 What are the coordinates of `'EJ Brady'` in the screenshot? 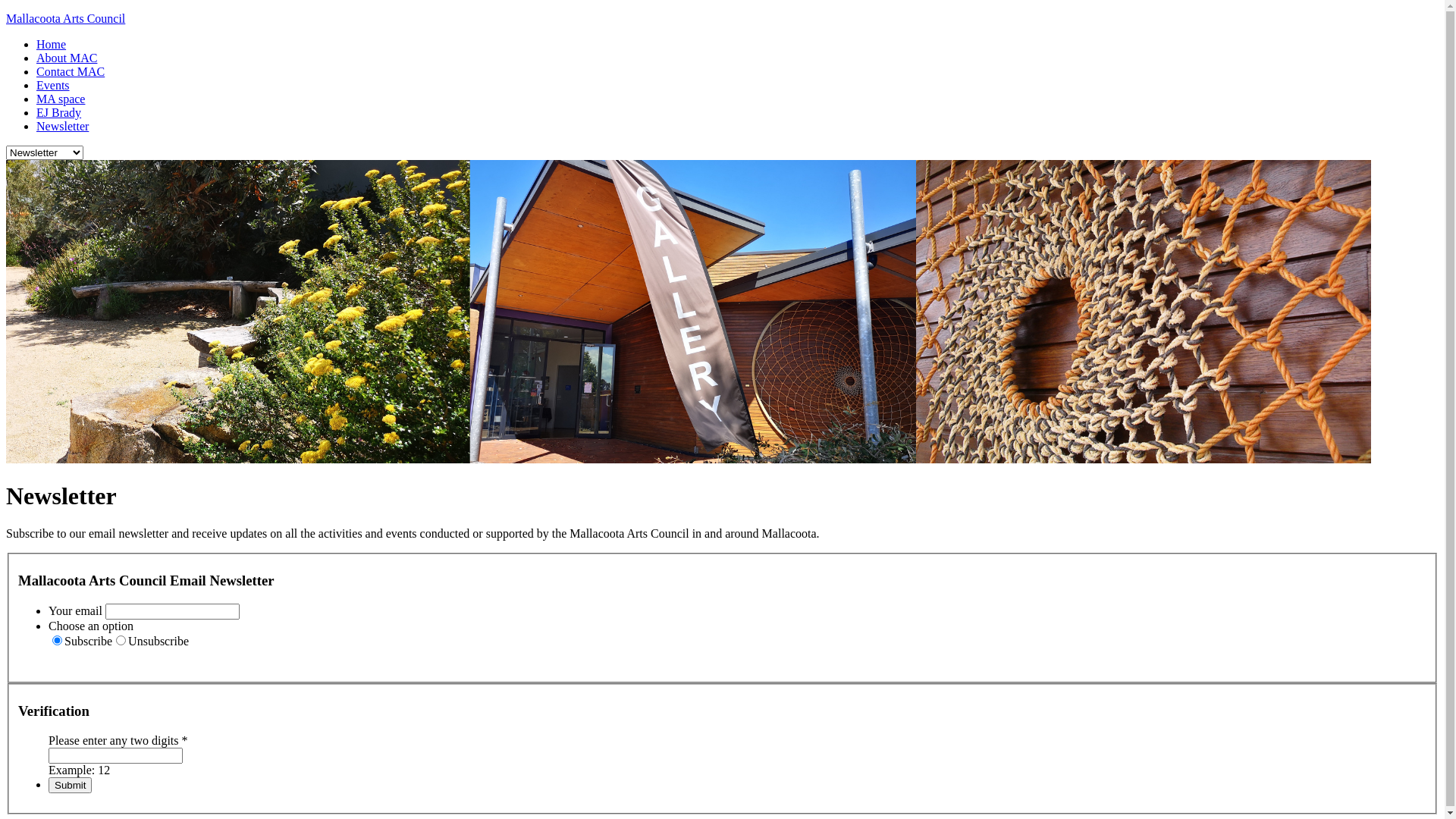 It's located at (58, 111).